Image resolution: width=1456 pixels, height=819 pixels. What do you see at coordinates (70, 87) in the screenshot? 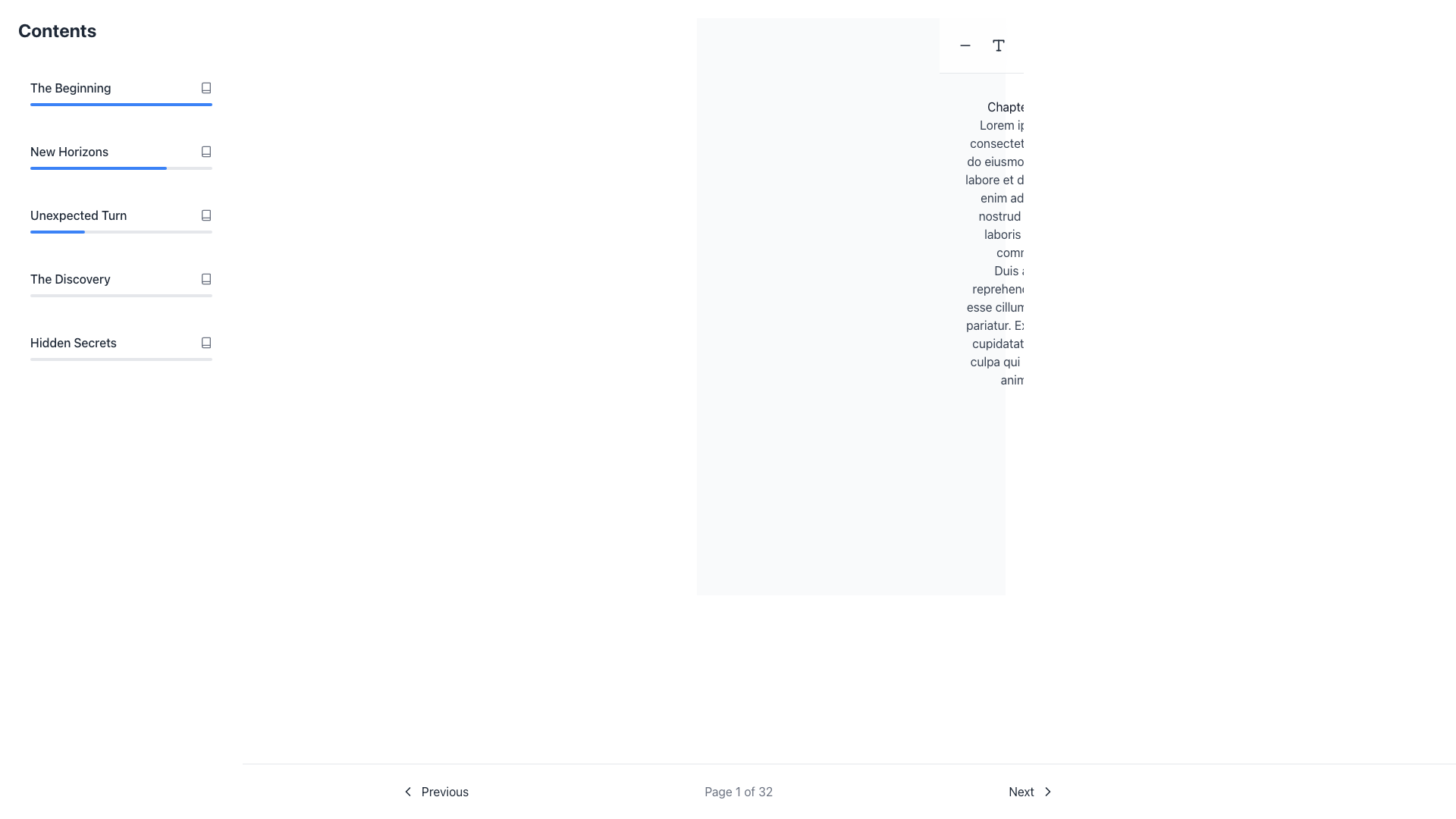
I see `the text label displaying 'The Beginning', which is located at the top of the list under the heading 'Contents'` at bounding box center [70, 87].